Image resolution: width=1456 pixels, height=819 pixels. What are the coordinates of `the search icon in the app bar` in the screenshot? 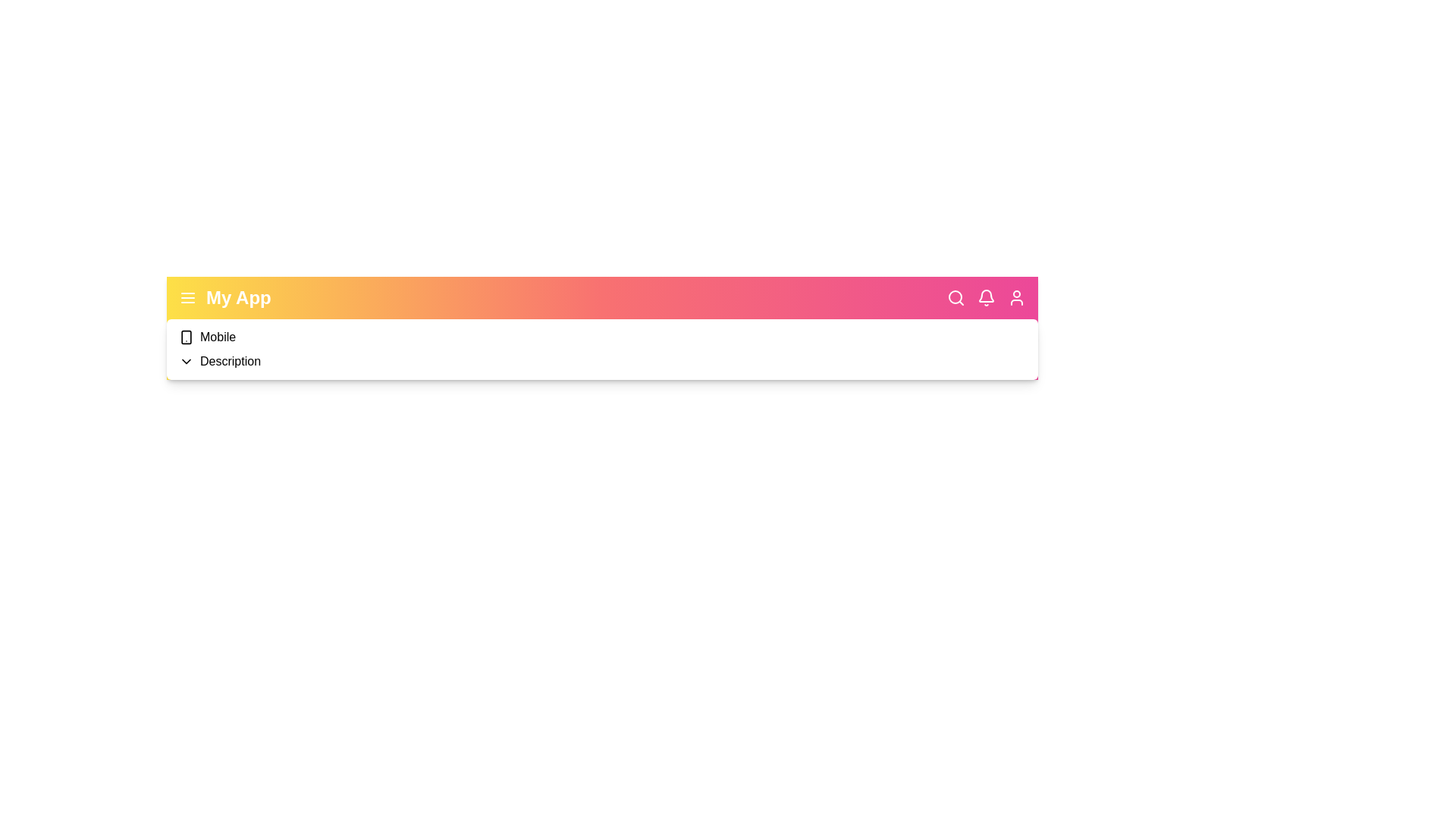 It's located at (955, 298).